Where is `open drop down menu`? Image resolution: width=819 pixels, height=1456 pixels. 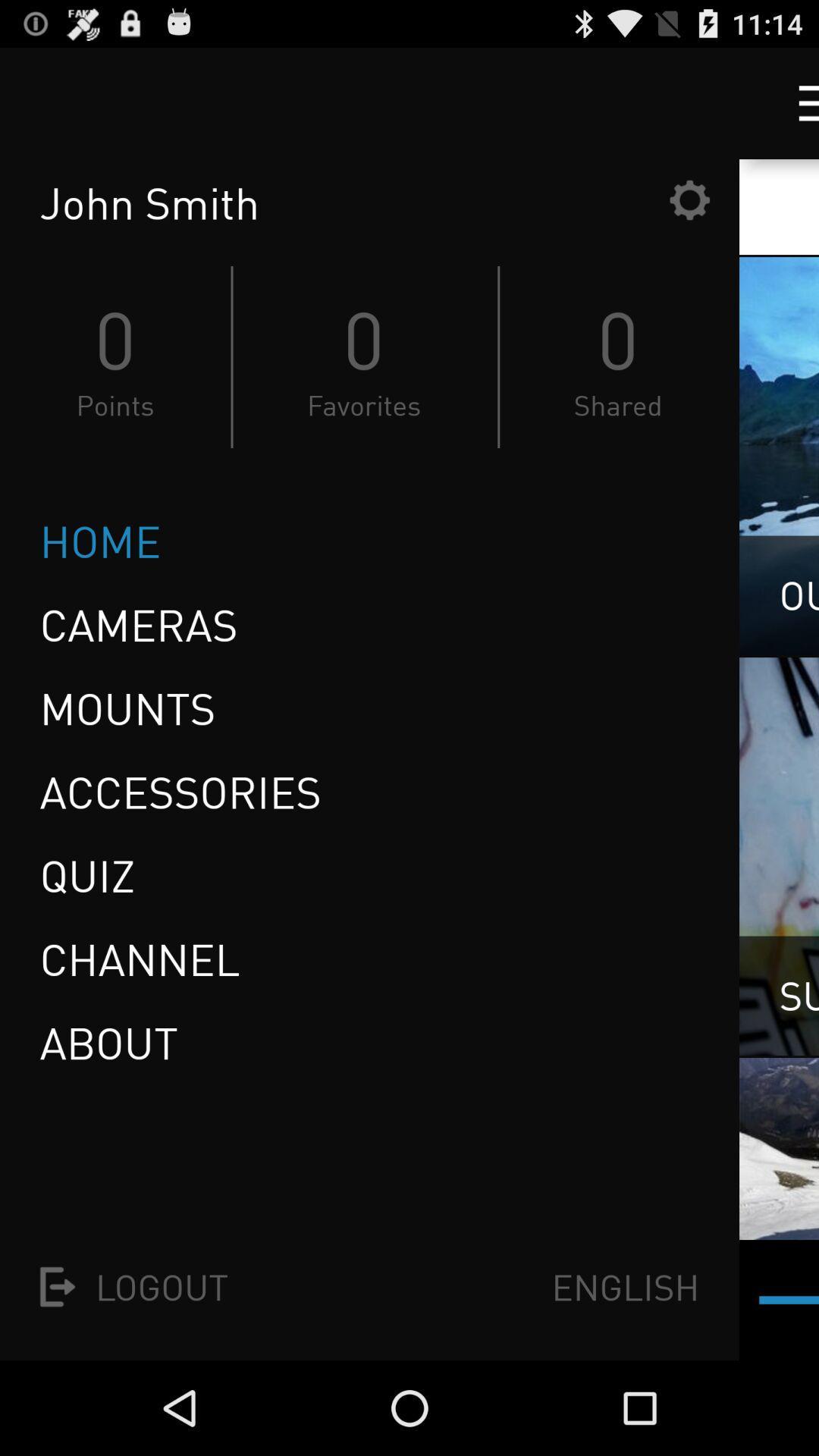 open drop down menu is located at coordinates (794, 102).